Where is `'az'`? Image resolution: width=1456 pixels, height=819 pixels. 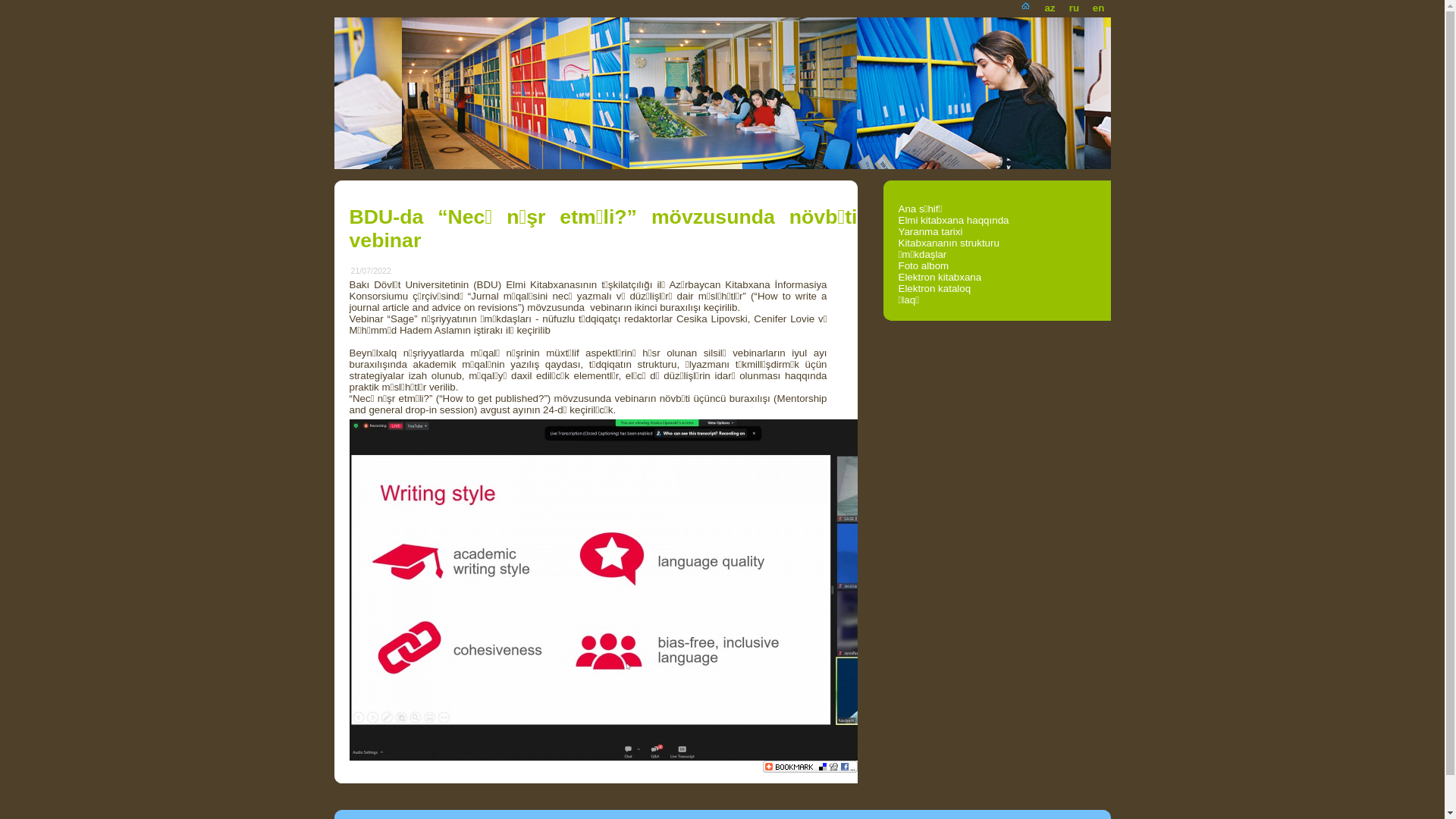 'az' is located at coordinates (1048, 5).